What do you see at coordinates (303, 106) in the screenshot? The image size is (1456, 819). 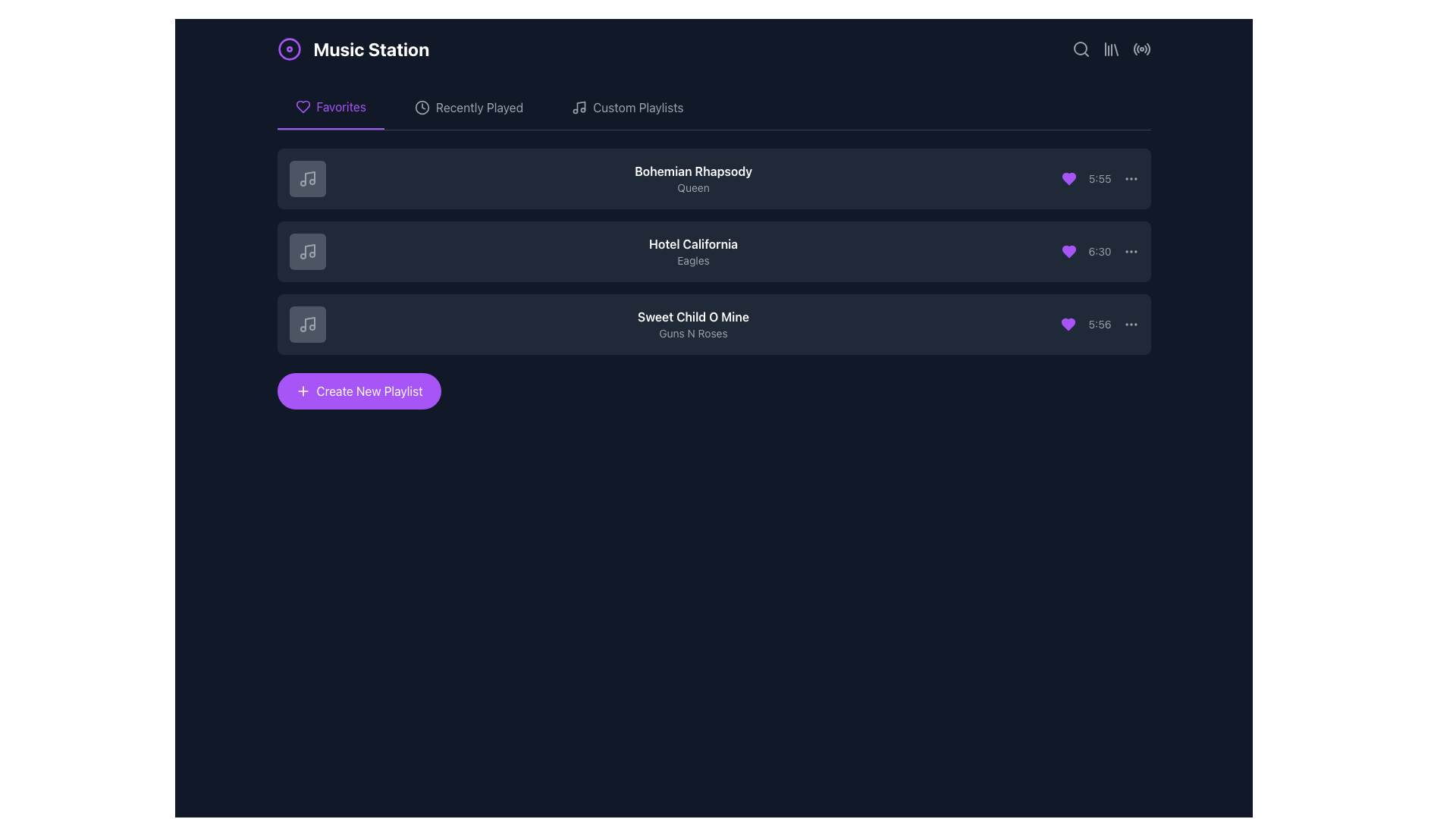 I see `the heart-shaped icon with a purple outline next to the 'Favorites' label at the top-left of the interface` at bounding box center [303, 106].